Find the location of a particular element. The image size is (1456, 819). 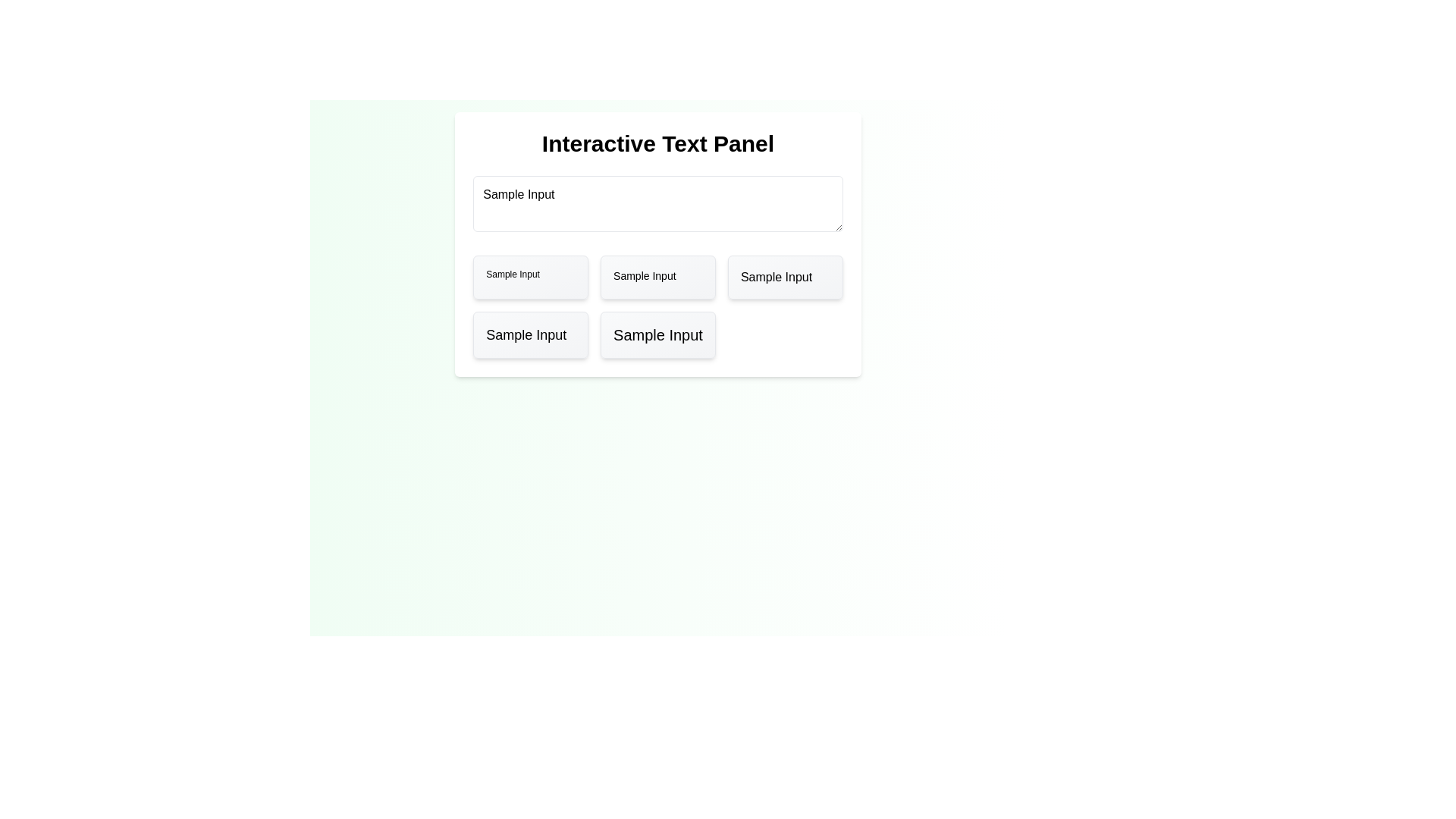

the static text card displaying 'Sample Input', positioned in the third column of the second row, which is the ninth visible card in the grid layout is located at coordinates (658, 334).